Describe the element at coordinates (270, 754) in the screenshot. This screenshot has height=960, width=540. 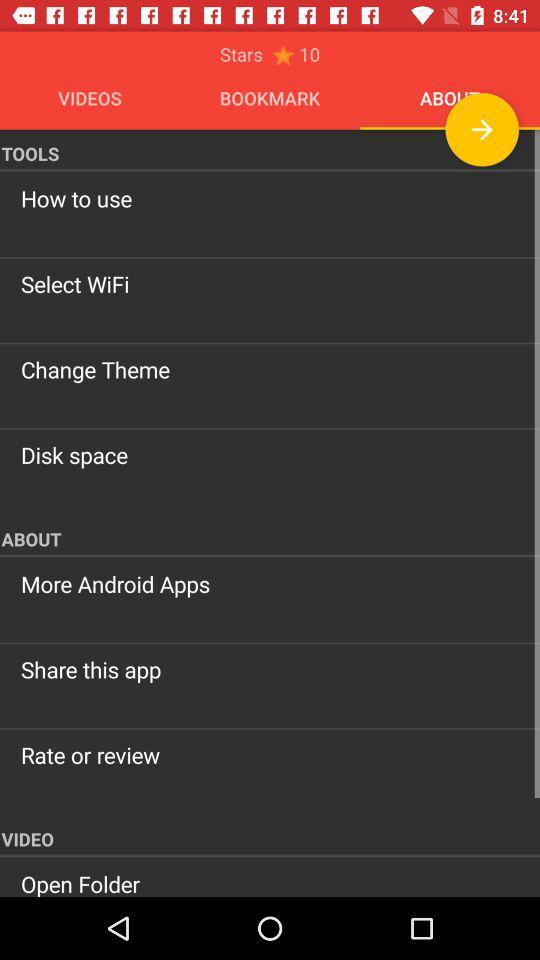
I see `rate or review icon` at that location.